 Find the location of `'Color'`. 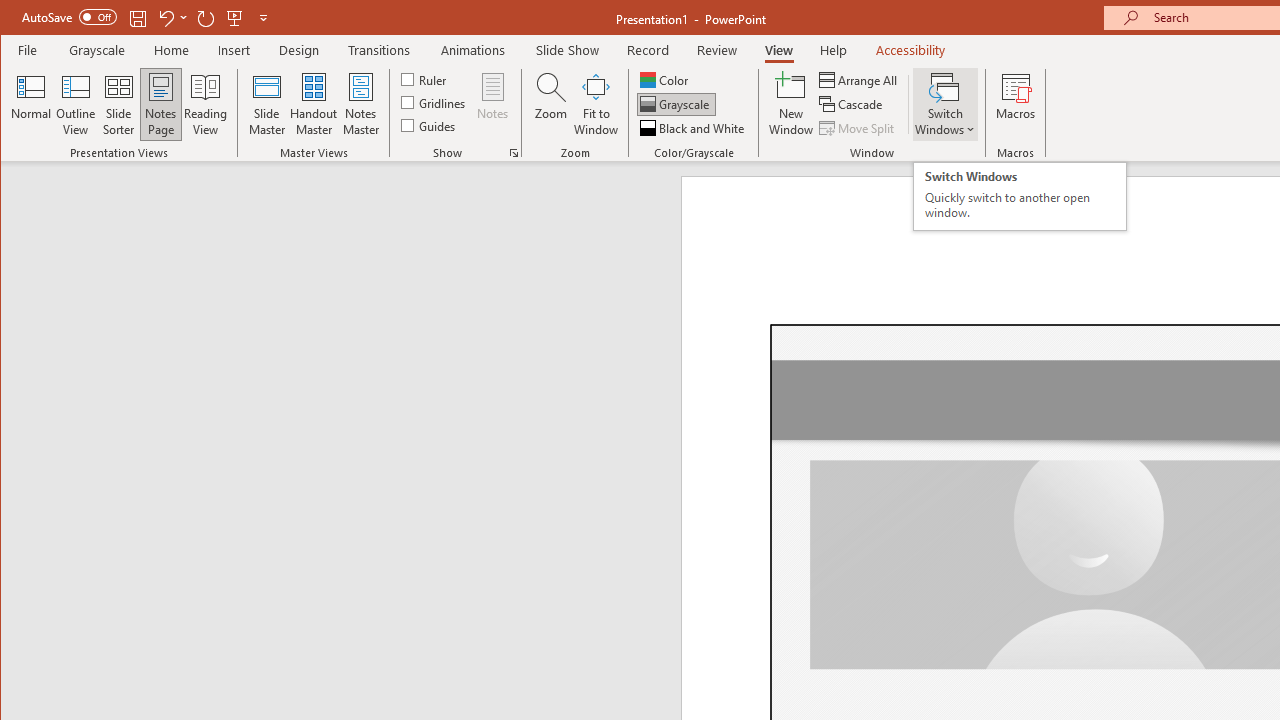

'Color' is located at coordinates (666, 79).